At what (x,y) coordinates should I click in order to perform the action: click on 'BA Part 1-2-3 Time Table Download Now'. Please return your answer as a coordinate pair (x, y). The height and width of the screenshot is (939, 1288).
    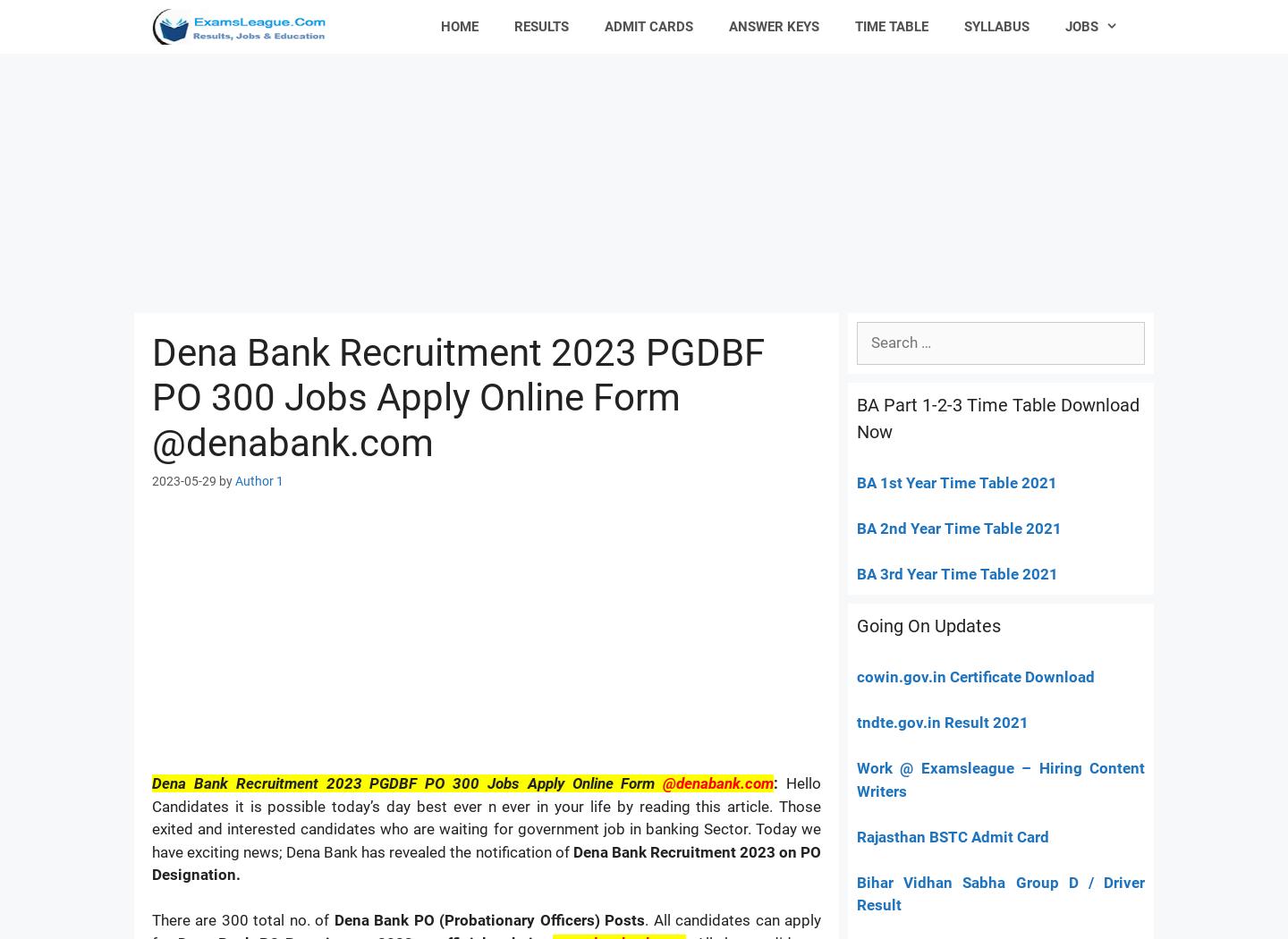
    Looking at the image, I should click on (997, 418).